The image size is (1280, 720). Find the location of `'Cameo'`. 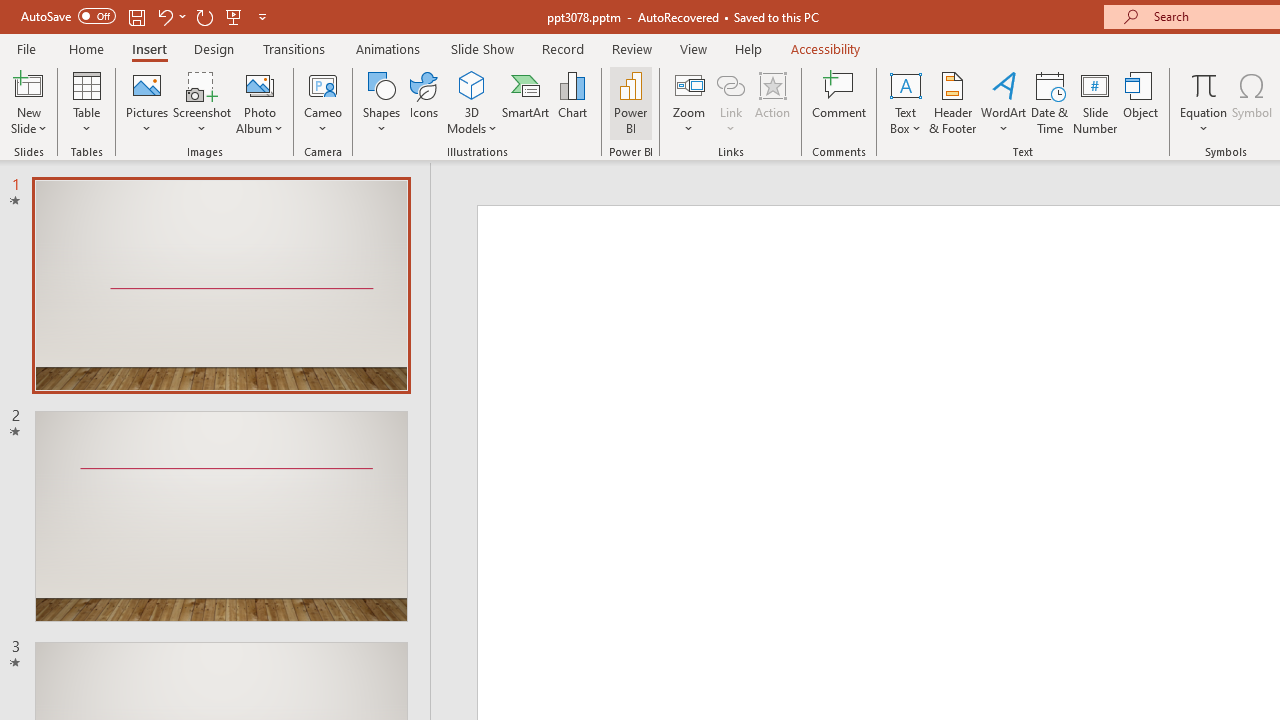

'Cameo' is located at coordinates (323, 103).